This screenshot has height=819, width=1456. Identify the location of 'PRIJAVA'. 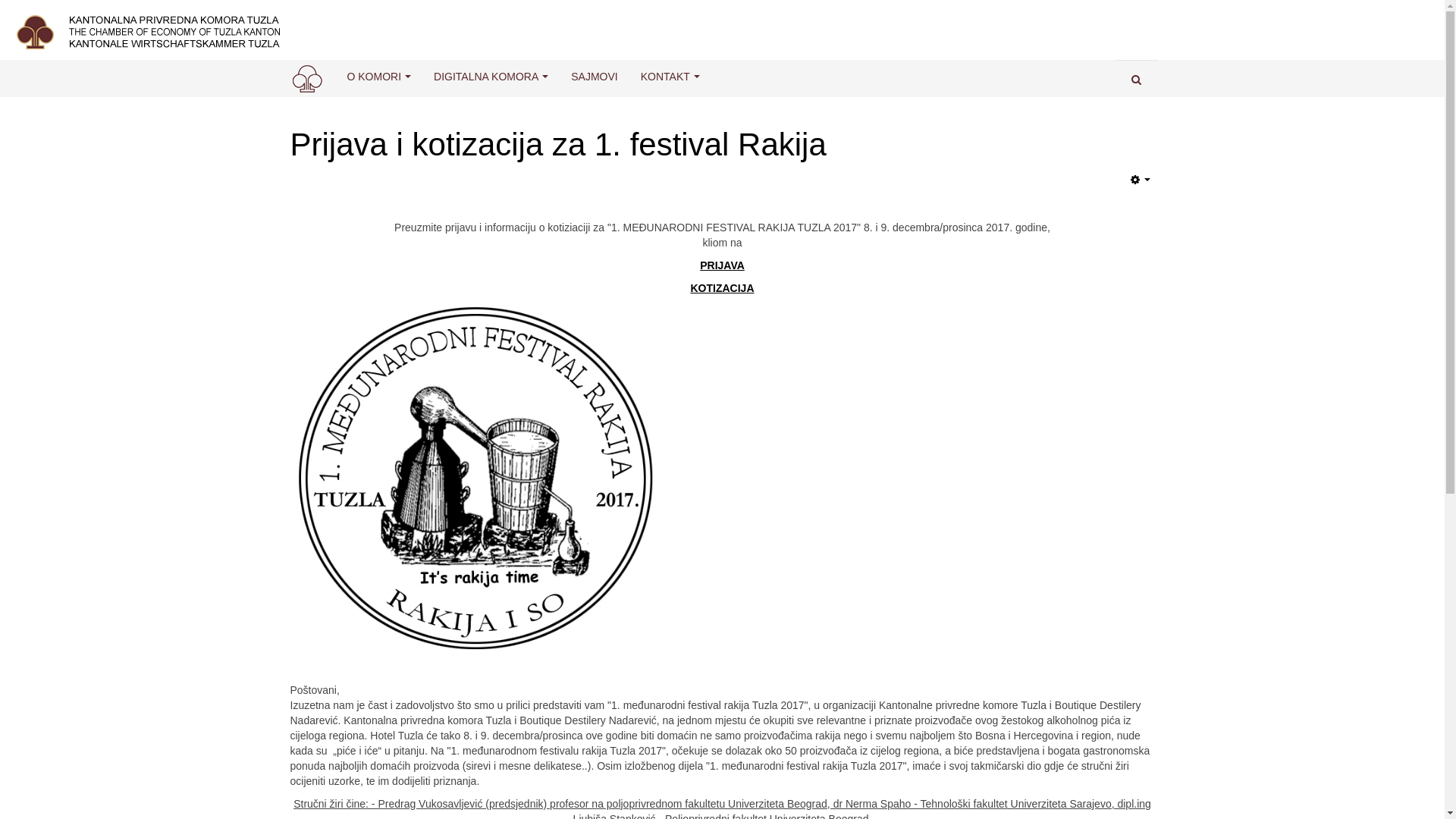
(721, 265).